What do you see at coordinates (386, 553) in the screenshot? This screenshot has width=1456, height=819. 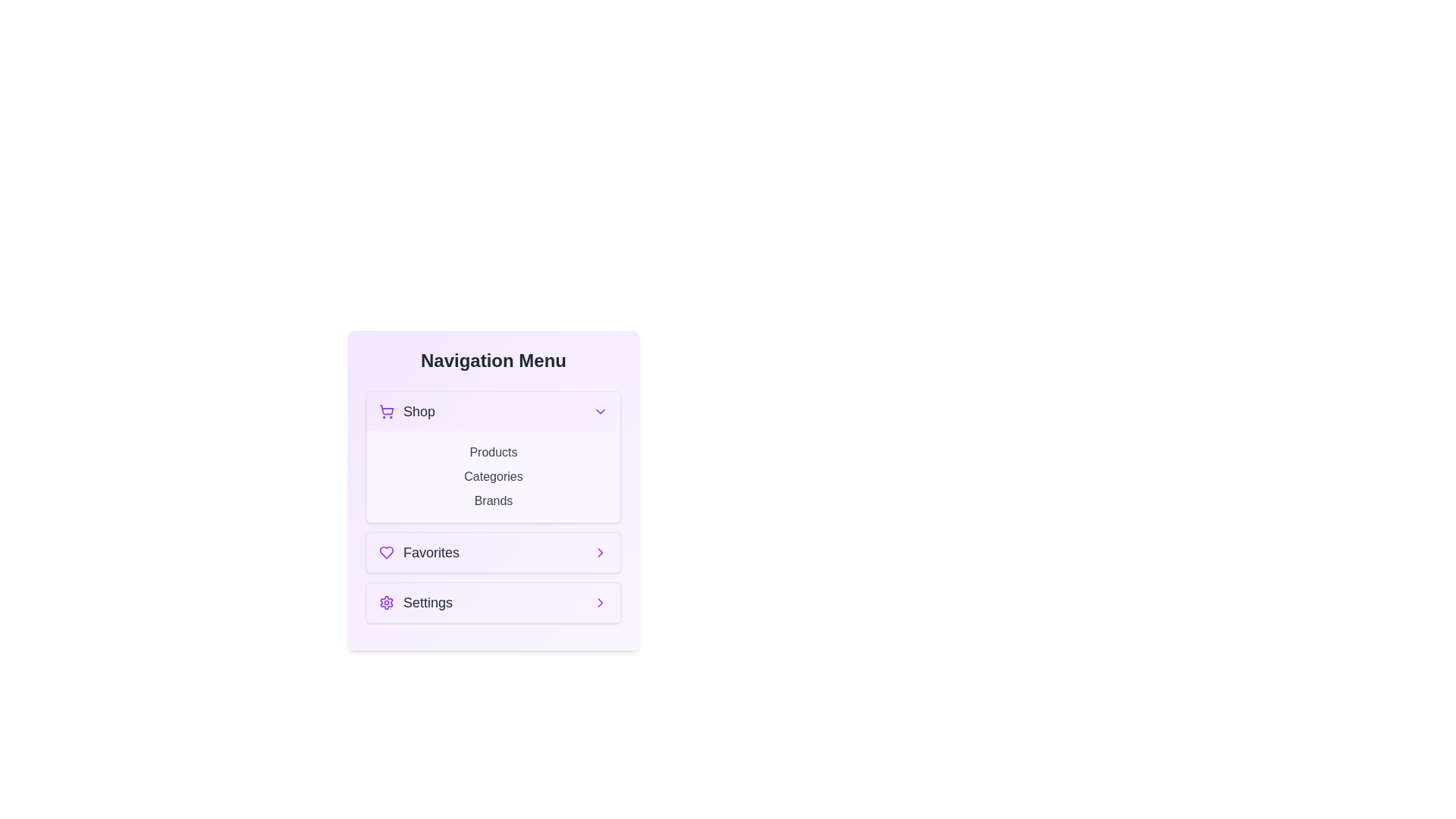 I see `the heart icon element styled in purple, which serves as a 'Favorites' marker located in the navigation menu next to the 'Favorites' label` at bounding box center [386, 553].